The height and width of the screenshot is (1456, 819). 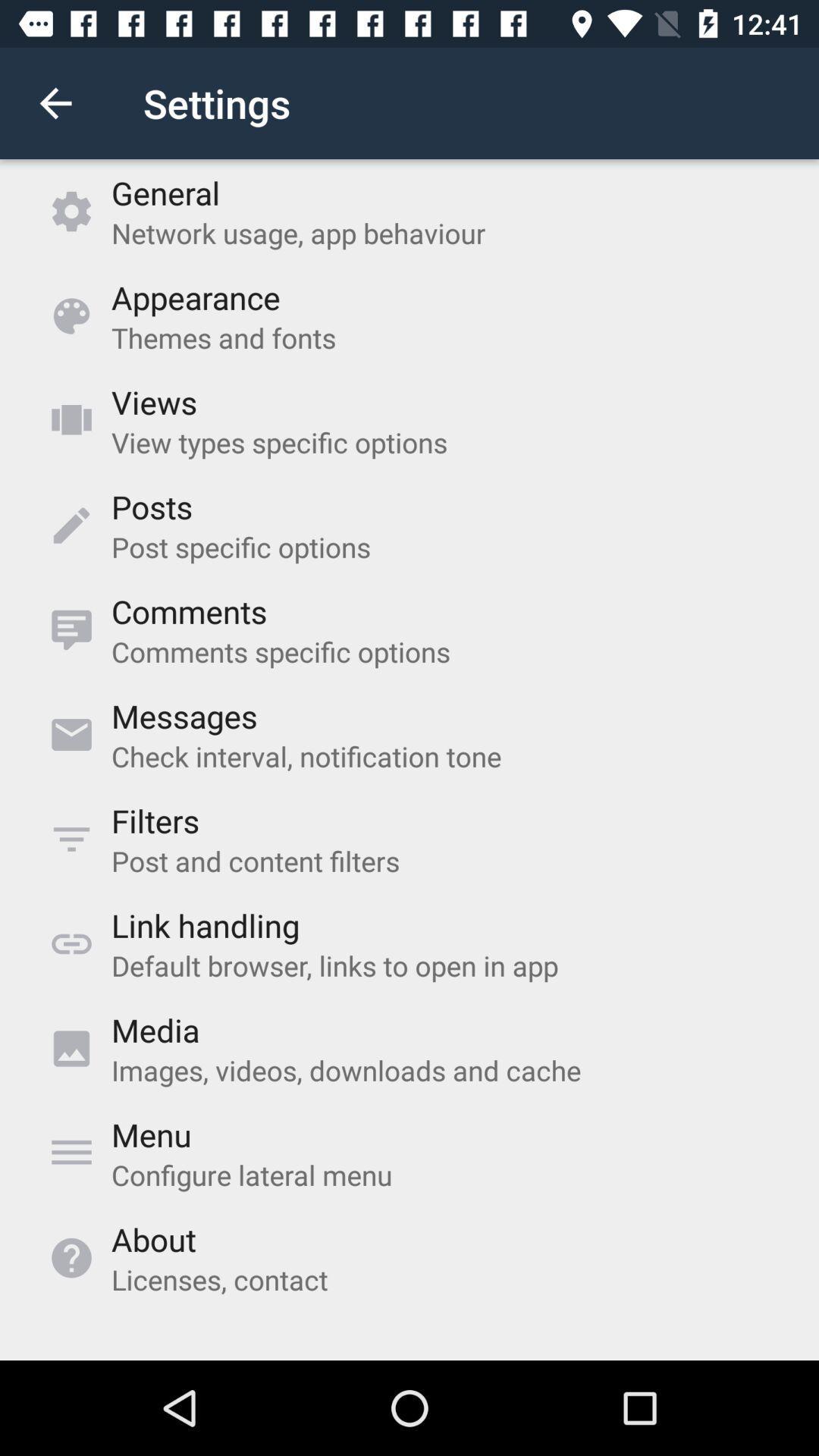 What do you see at coordinates (154, 402) in the screenshot?
I see `views item` at bounding box center [154, 402].